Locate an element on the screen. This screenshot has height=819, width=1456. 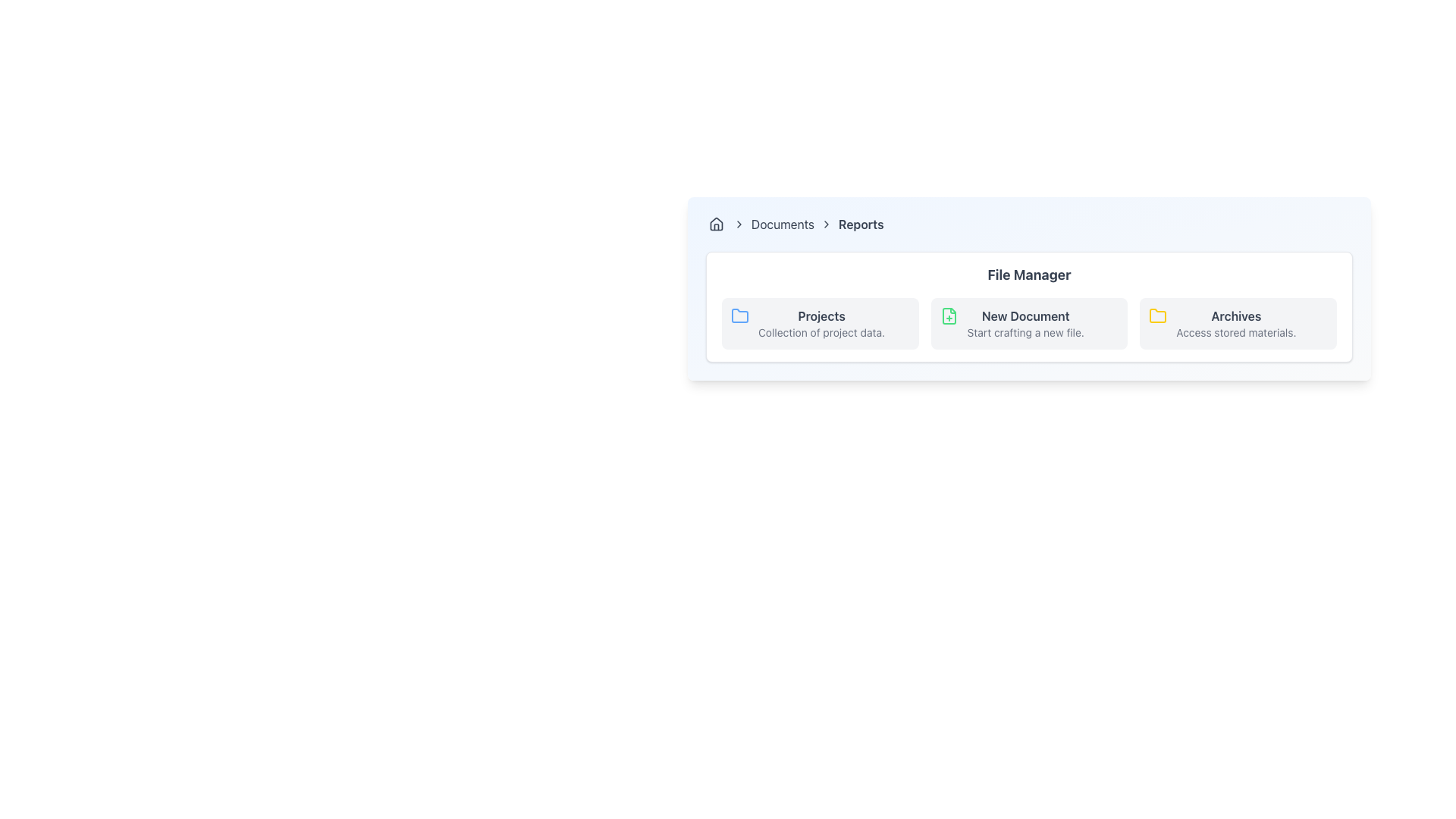
the 'Archives' Icon located on the left side of the 'Archives' section in the File Manager, adjacent to the text 'Archives' and 'Access stored materials.' is located at coordinates (1157, 315).